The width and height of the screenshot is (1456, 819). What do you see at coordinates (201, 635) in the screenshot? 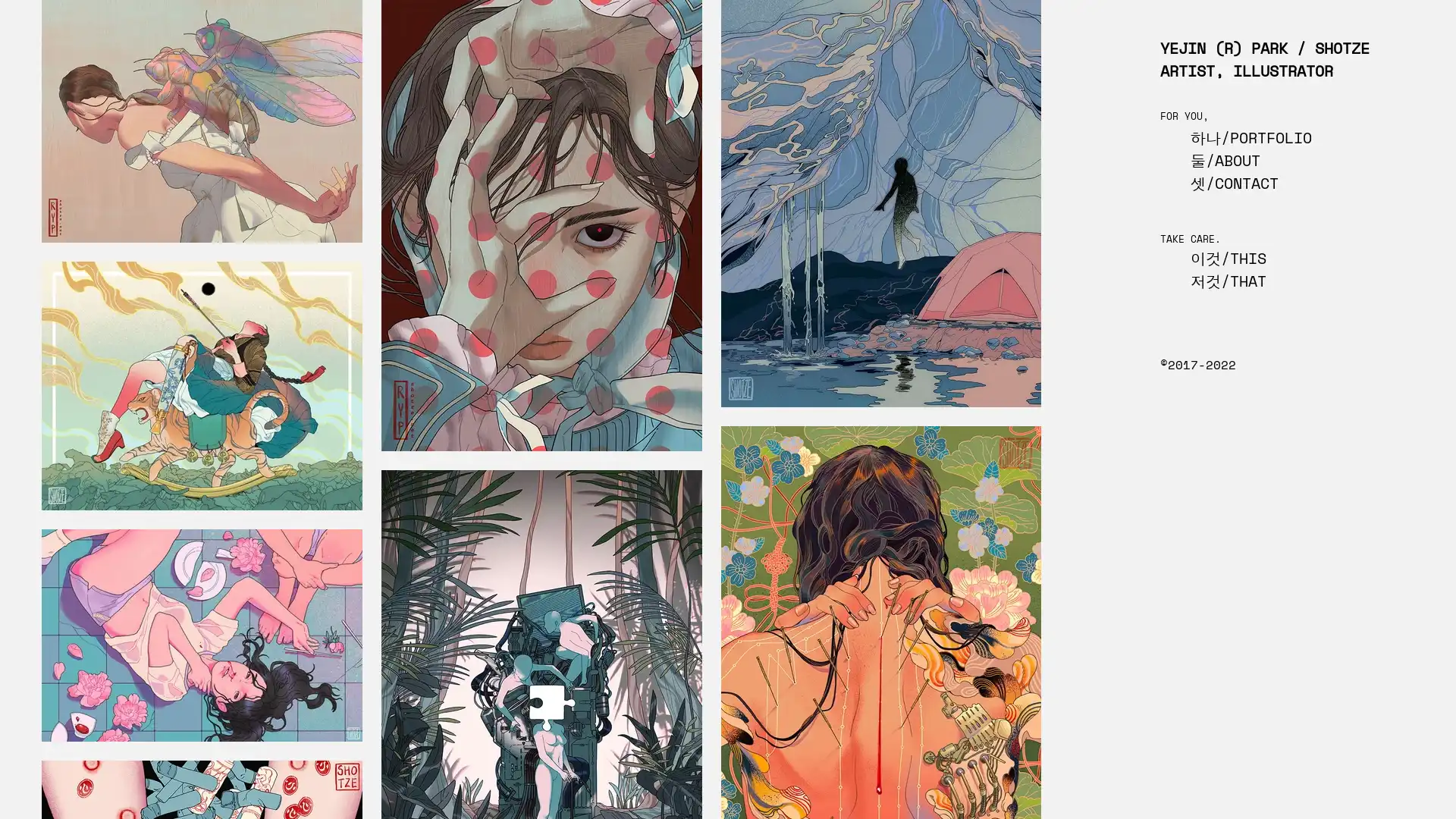
I see `THOSE (LONG) DAYS` at bounding box center [201, 635].